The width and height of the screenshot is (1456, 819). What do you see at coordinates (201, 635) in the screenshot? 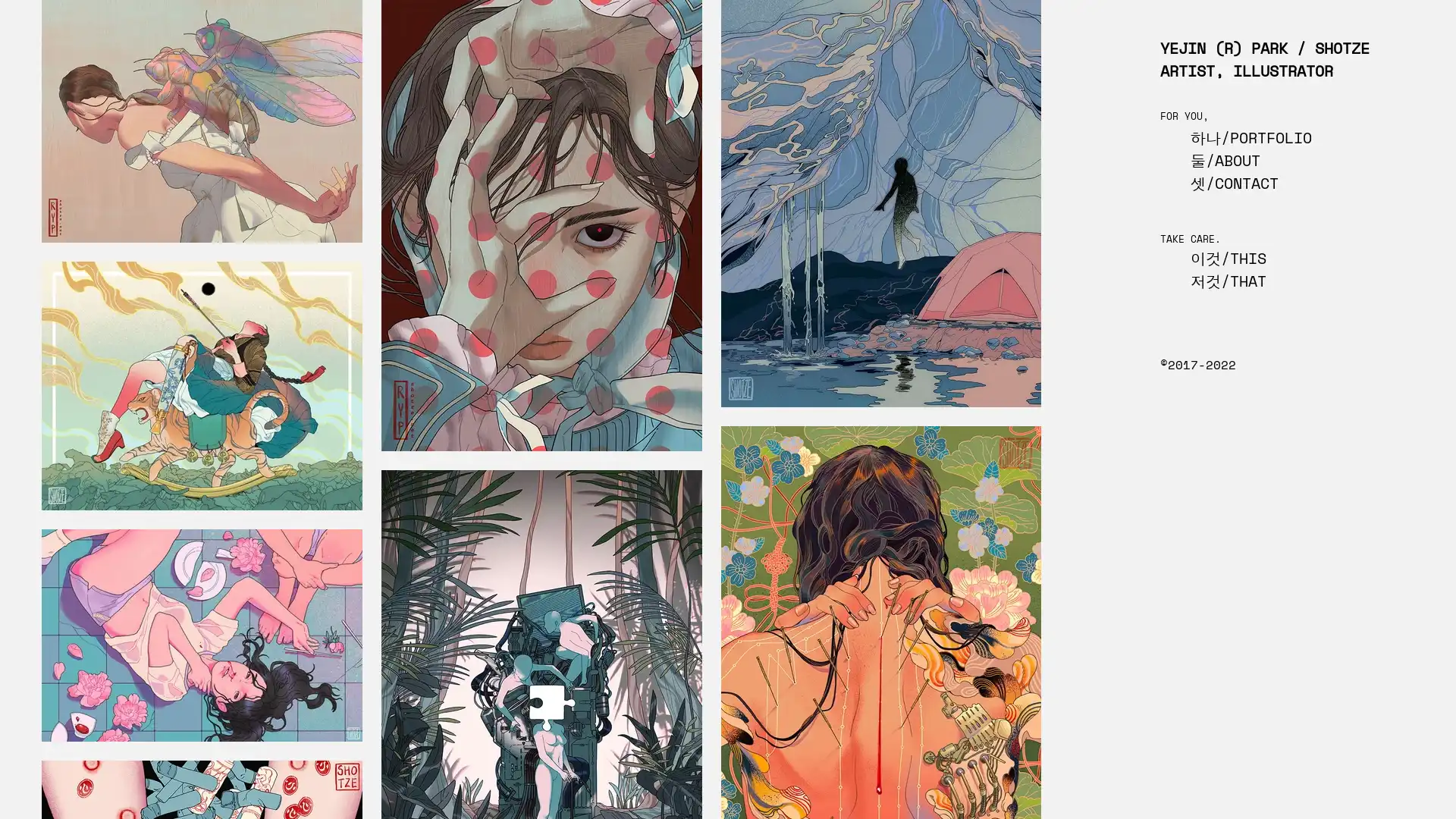
I see `THOSE (LONG) DAYS` at bounding box center [201, 635].